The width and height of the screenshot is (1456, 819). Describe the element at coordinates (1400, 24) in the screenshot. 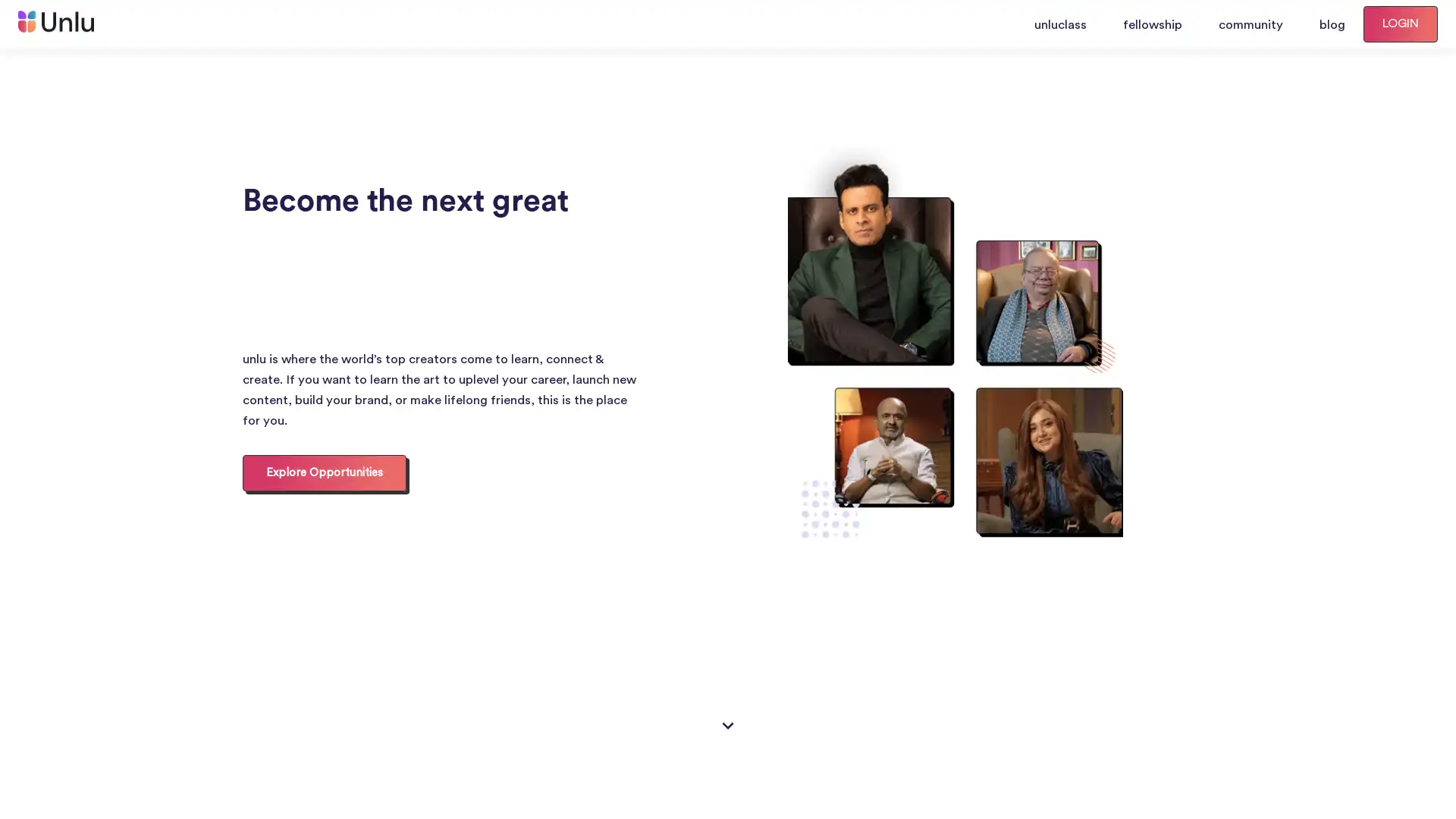

I see `LOGIN` at that location.